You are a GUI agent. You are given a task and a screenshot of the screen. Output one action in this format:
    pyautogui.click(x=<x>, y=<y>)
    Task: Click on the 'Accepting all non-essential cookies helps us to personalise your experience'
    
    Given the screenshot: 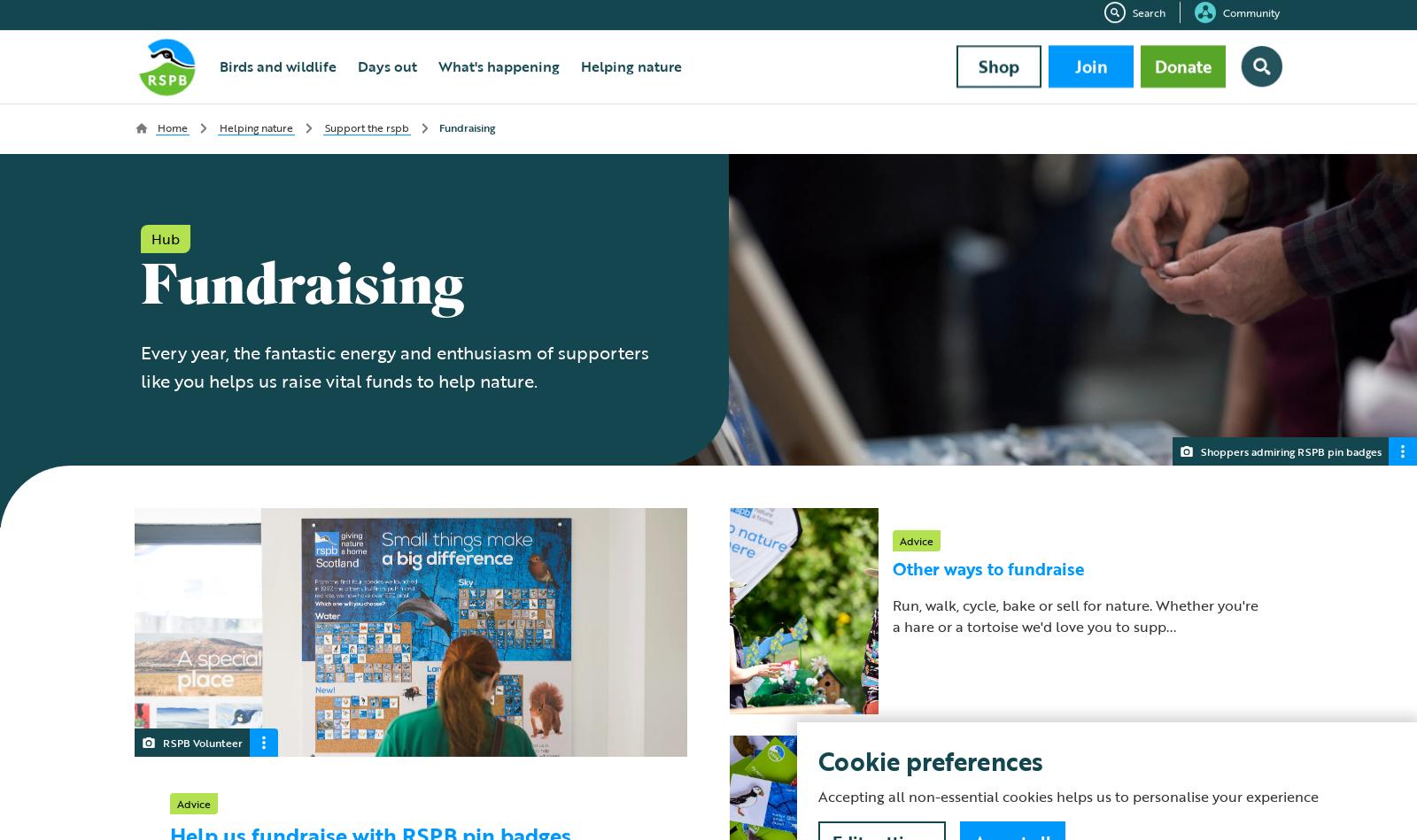 What is the action you would take?
    pyautogui.click(x=1067, y=796)
    